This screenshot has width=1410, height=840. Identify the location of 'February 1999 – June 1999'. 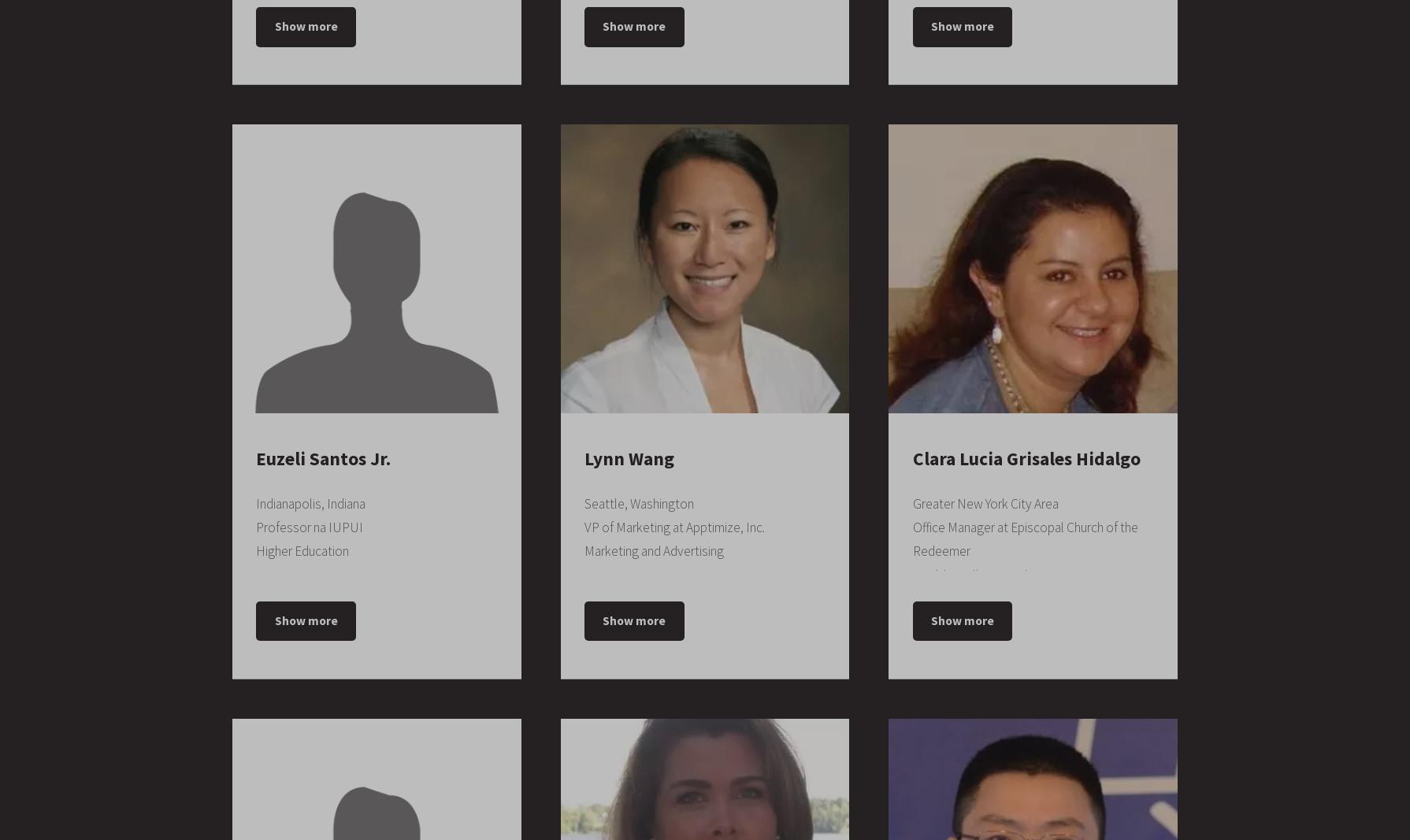
(696, 804).